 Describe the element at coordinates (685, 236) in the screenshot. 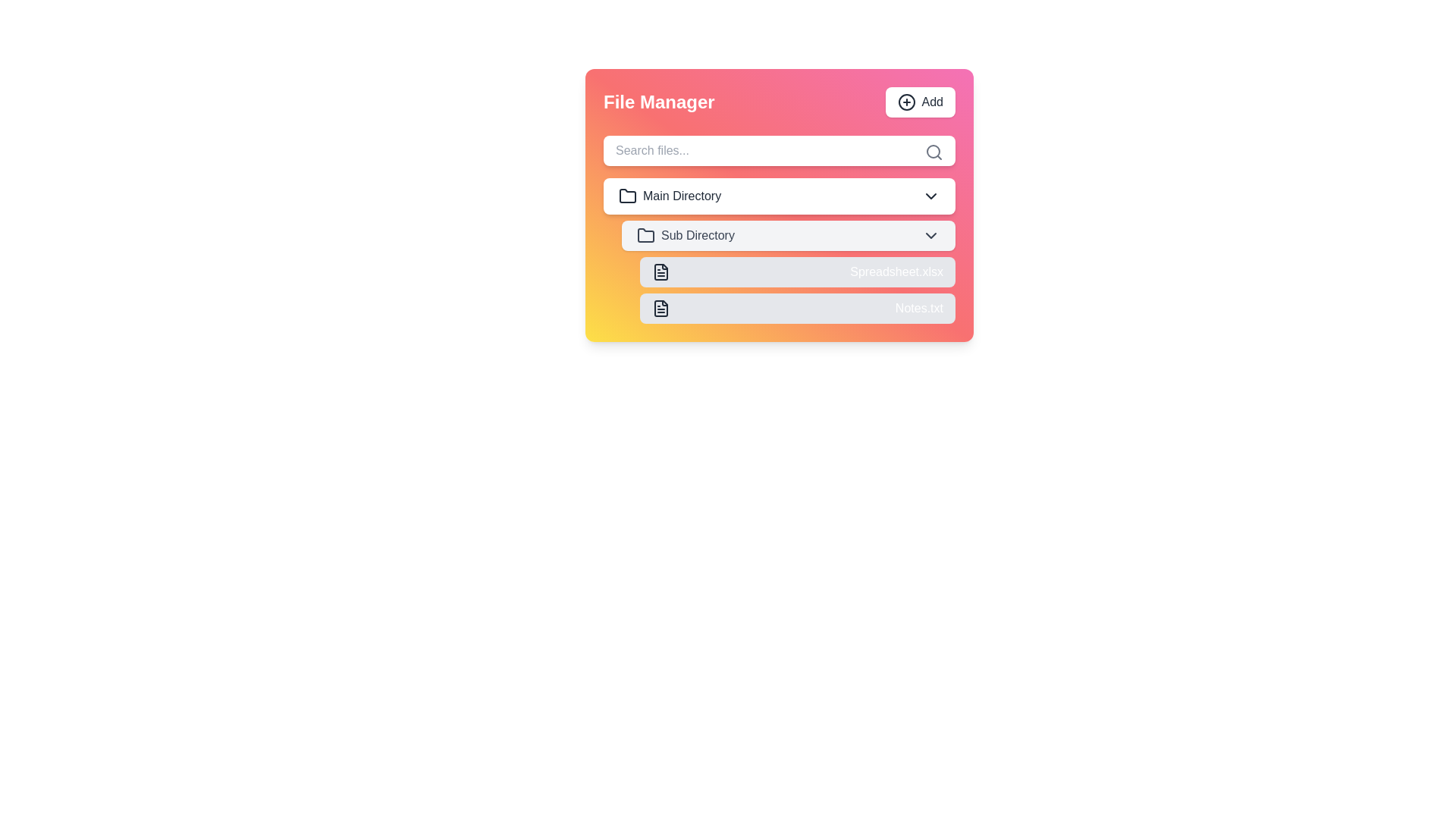

I see `the 'Sub Directory' folder entry selector, which features a folder icon next to the text` at that location.